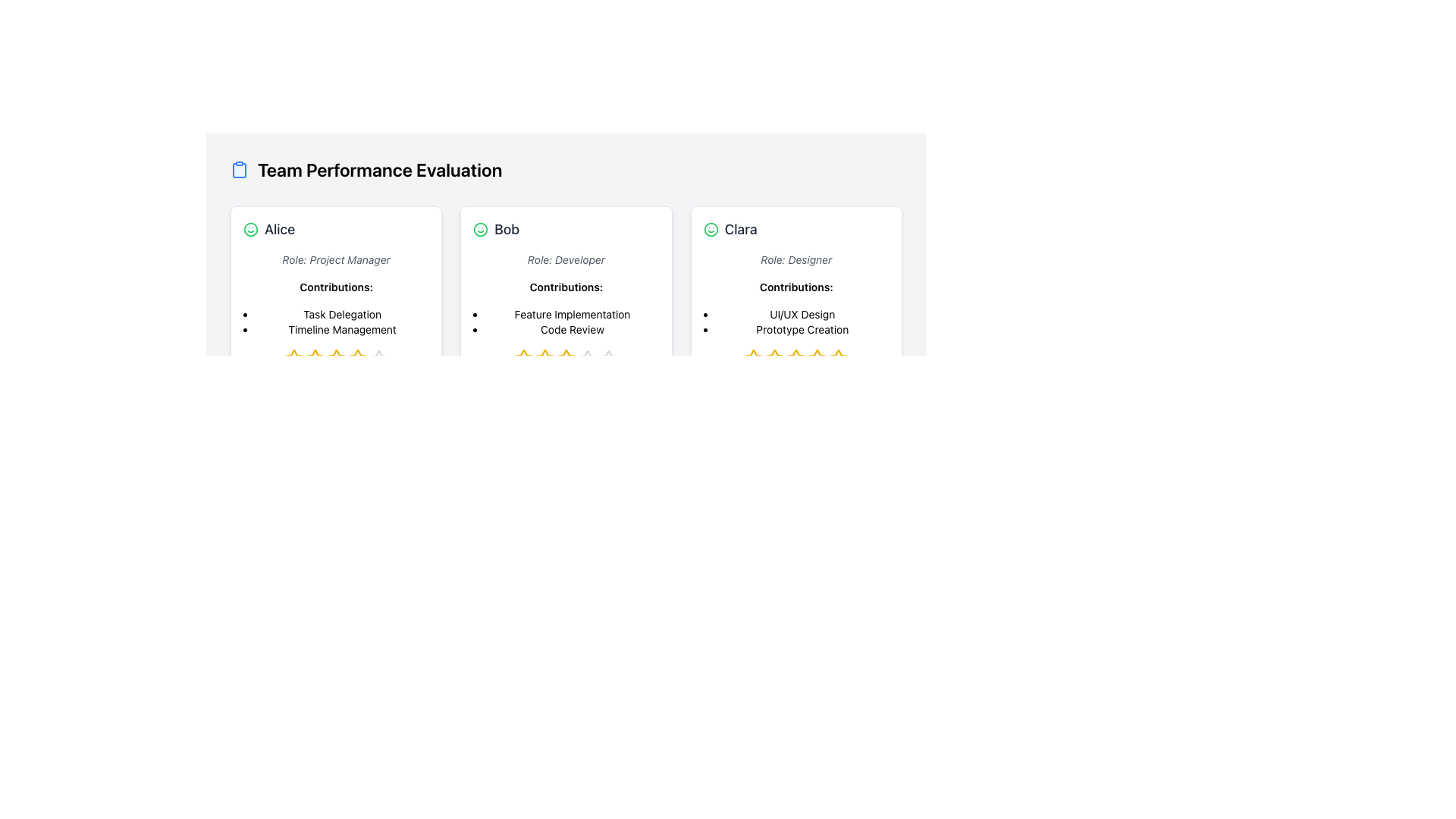 This screenshot has width=1456, height=819. What do you see at coordinates (838, 359) in the screenshot?
I see `the sixth star-shaped yellow icon in the row associated with the 'Clara' evaluation card` at bounding box center [838, 359].